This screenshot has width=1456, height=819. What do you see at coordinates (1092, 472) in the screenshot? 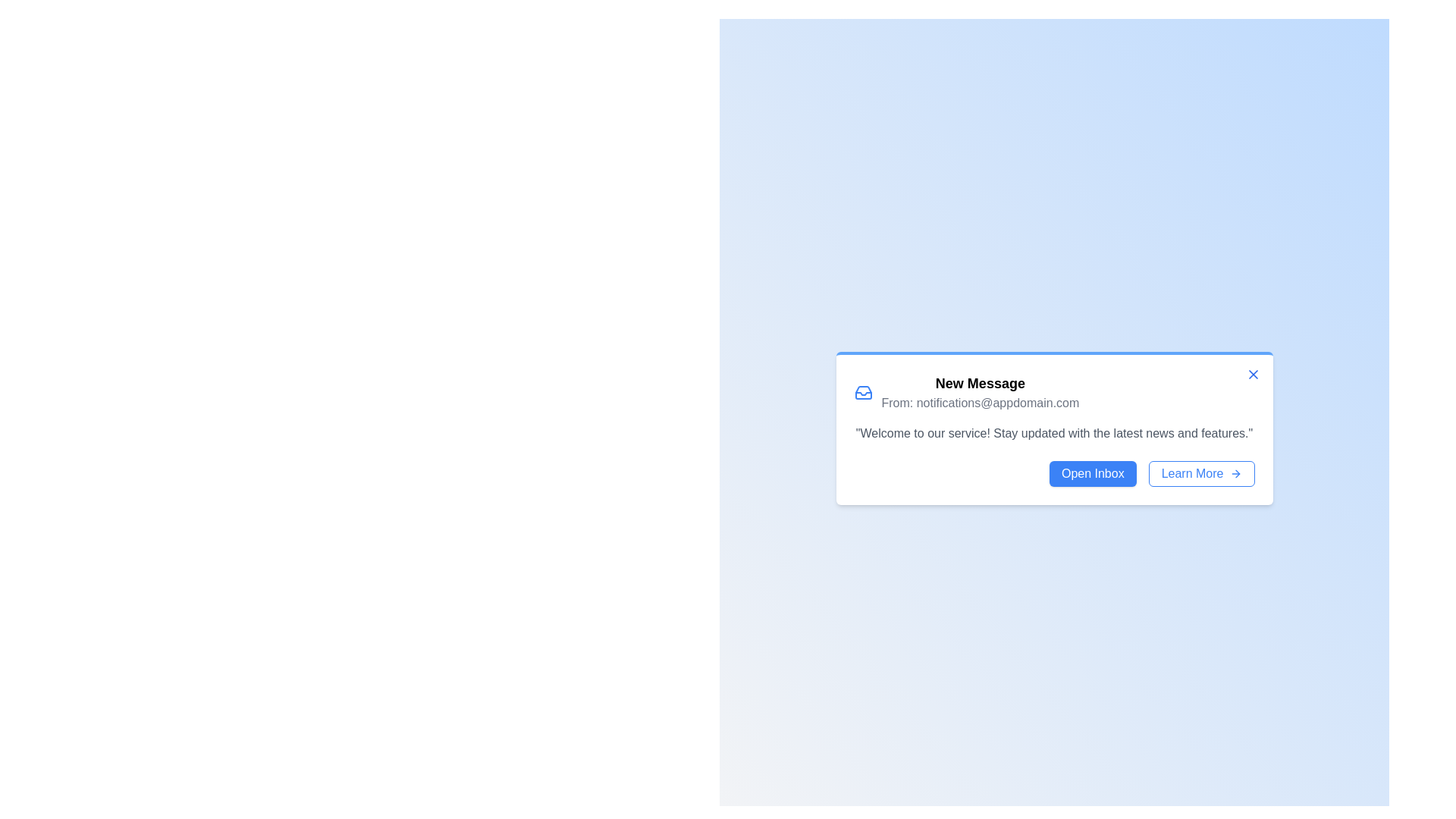
I see `the 'Open Inbox' button to open the inbox` at bounding box center [1092, 472].